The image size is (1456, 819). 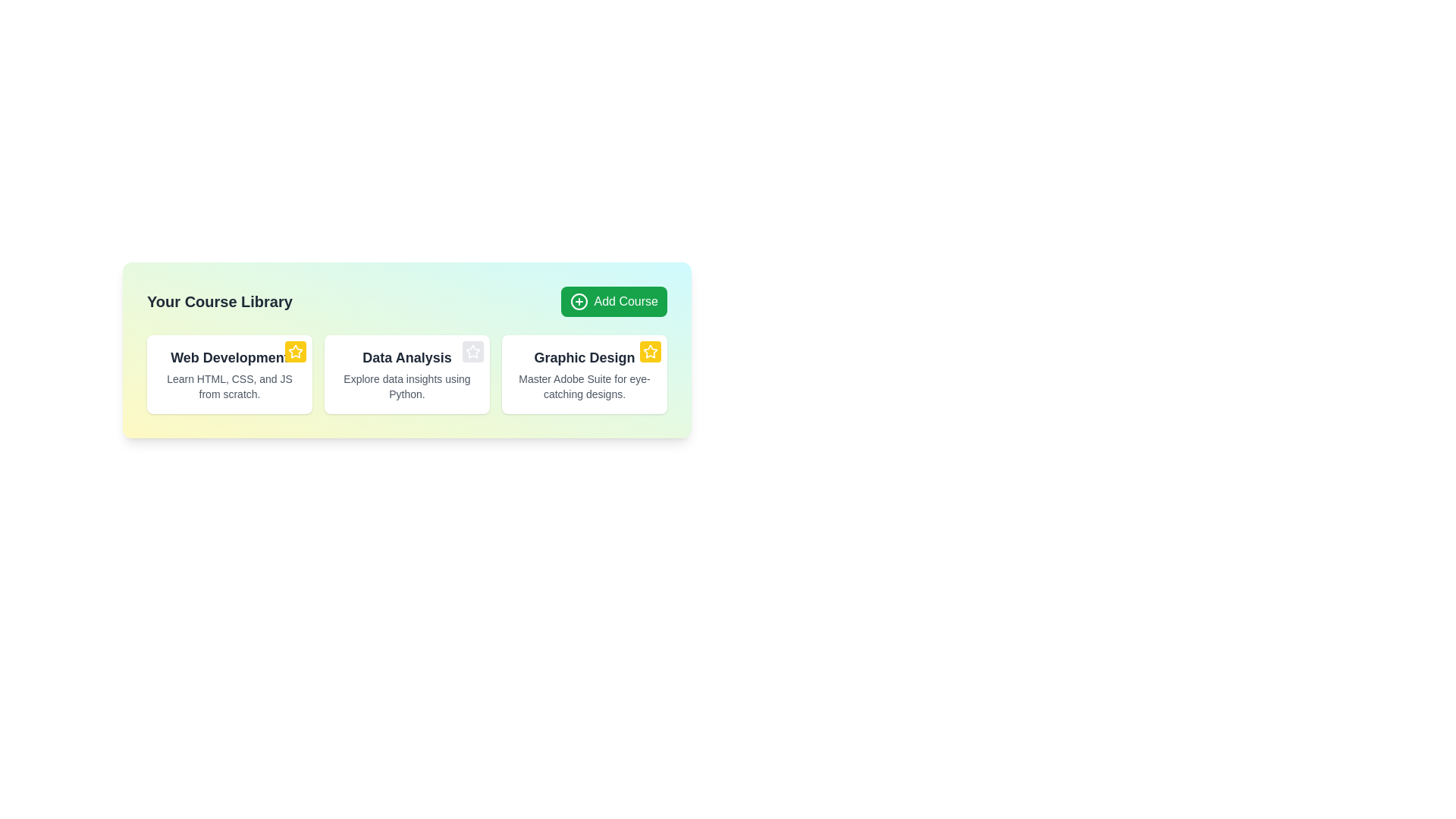 I want to click on the text that provides a brief description of the course content related to web development, located directly underneath the title 'Web Development' in the first card from the left, so click(x=228, y=385).